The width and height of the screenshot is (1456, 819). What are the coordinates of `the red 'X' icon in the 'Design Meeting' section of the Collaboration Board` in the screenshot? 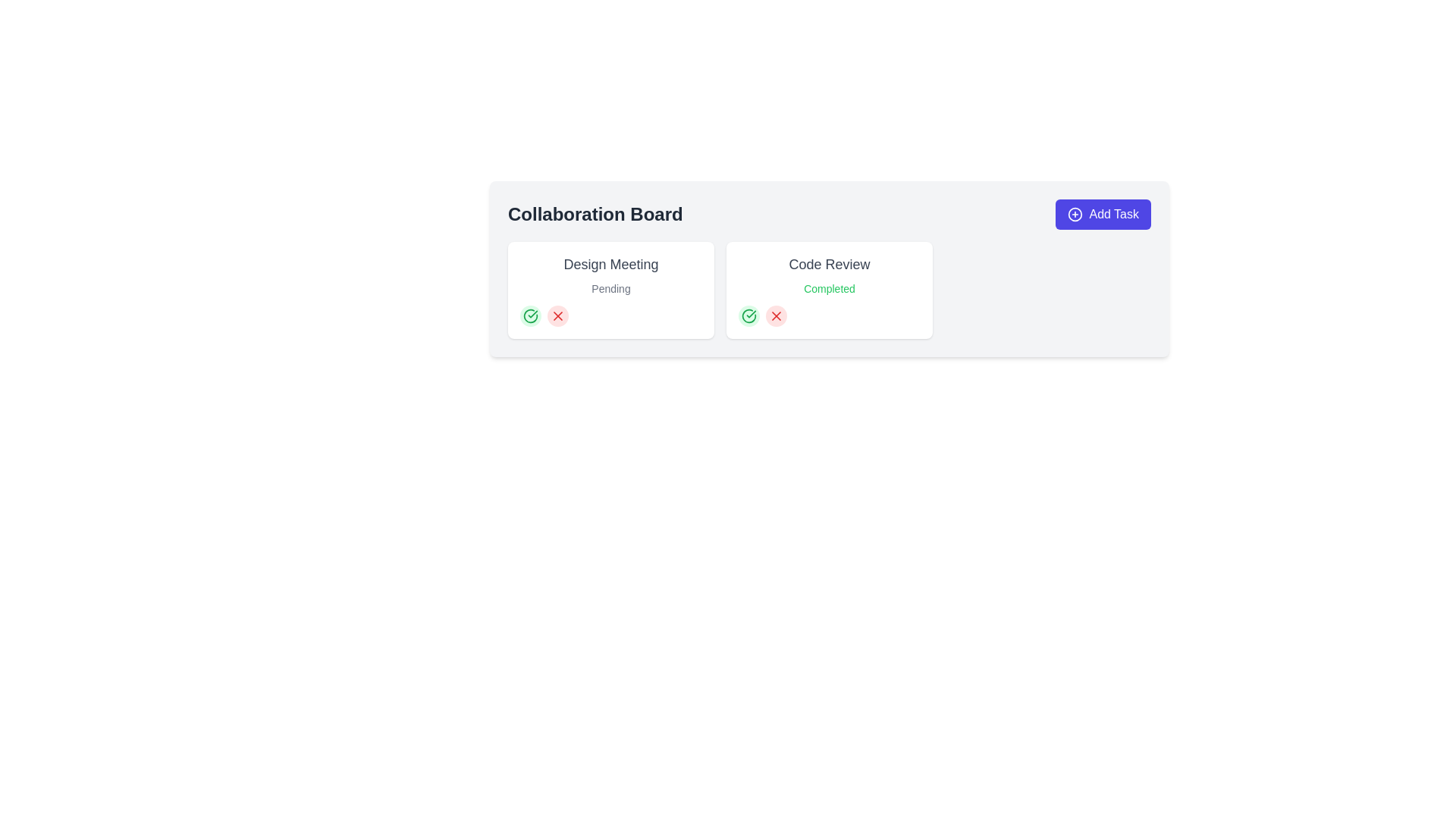 It's located at (557, 315).